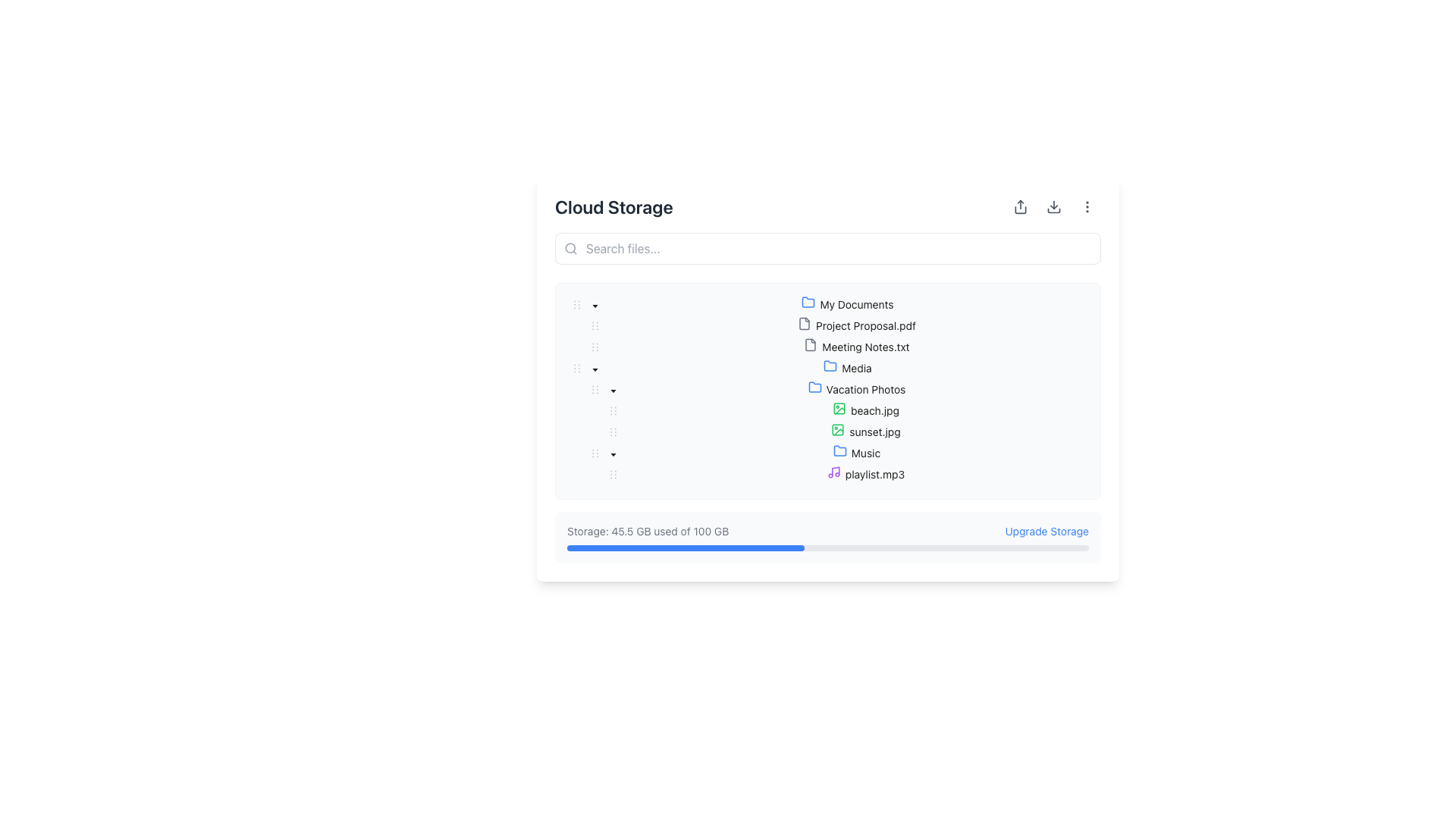 The width and height of the screenshot is (1456, 819). I want to click on the representation of the 'Music' icon element, which visually denotes the content category 'Music' in the file tree, positioned near the 'playlist.mp3' file entry, so click(835, 470).